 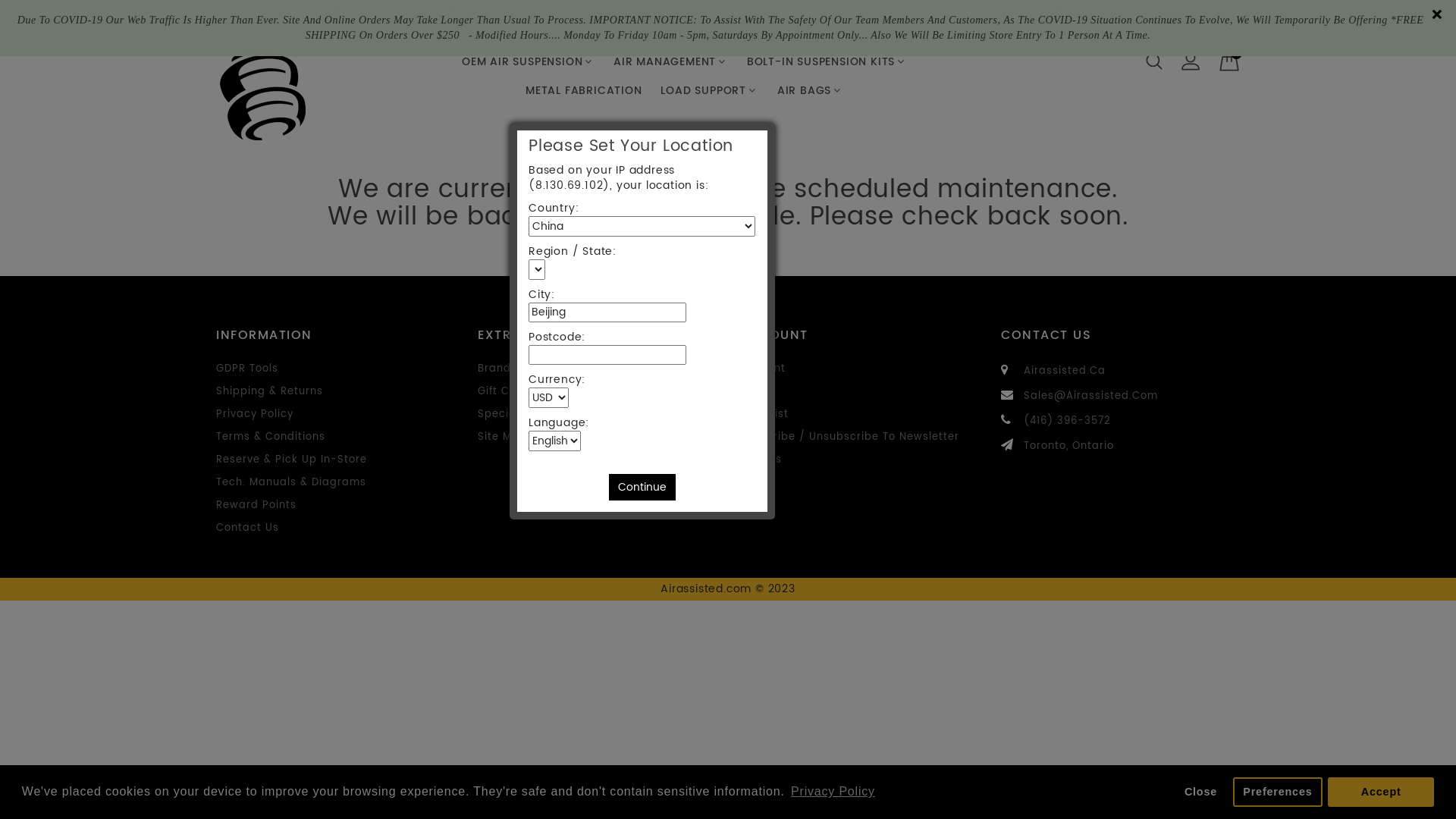 What do you see at coordinates (269, 391) in the screenshot?
I see `'Shipping & Returns'` at bounding box center [269, 391].